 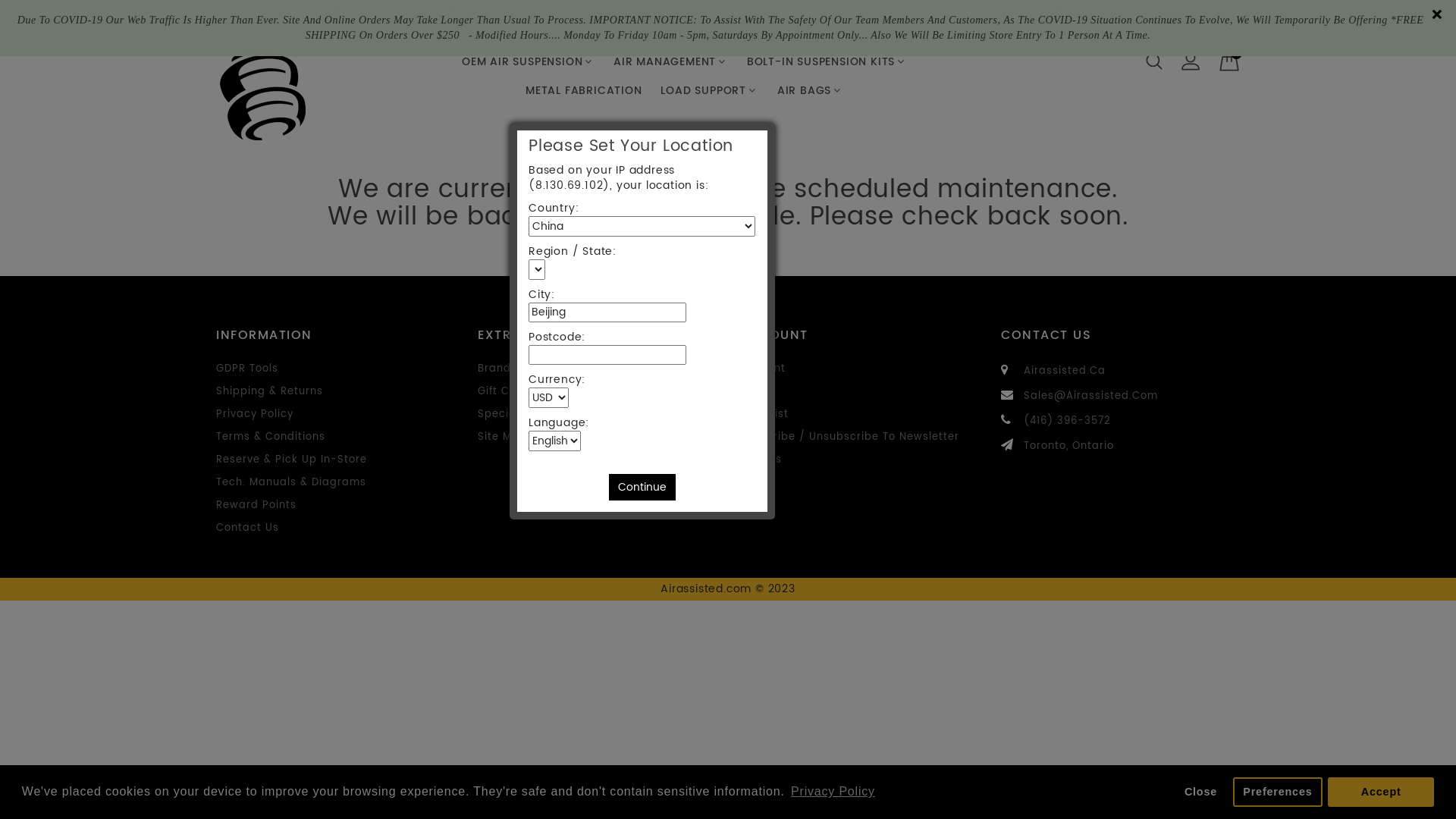 What do you see at coordinates (269, 391) in the screenshot?
I see `'Shipping & Returns'` at bounding box center [269, 391].